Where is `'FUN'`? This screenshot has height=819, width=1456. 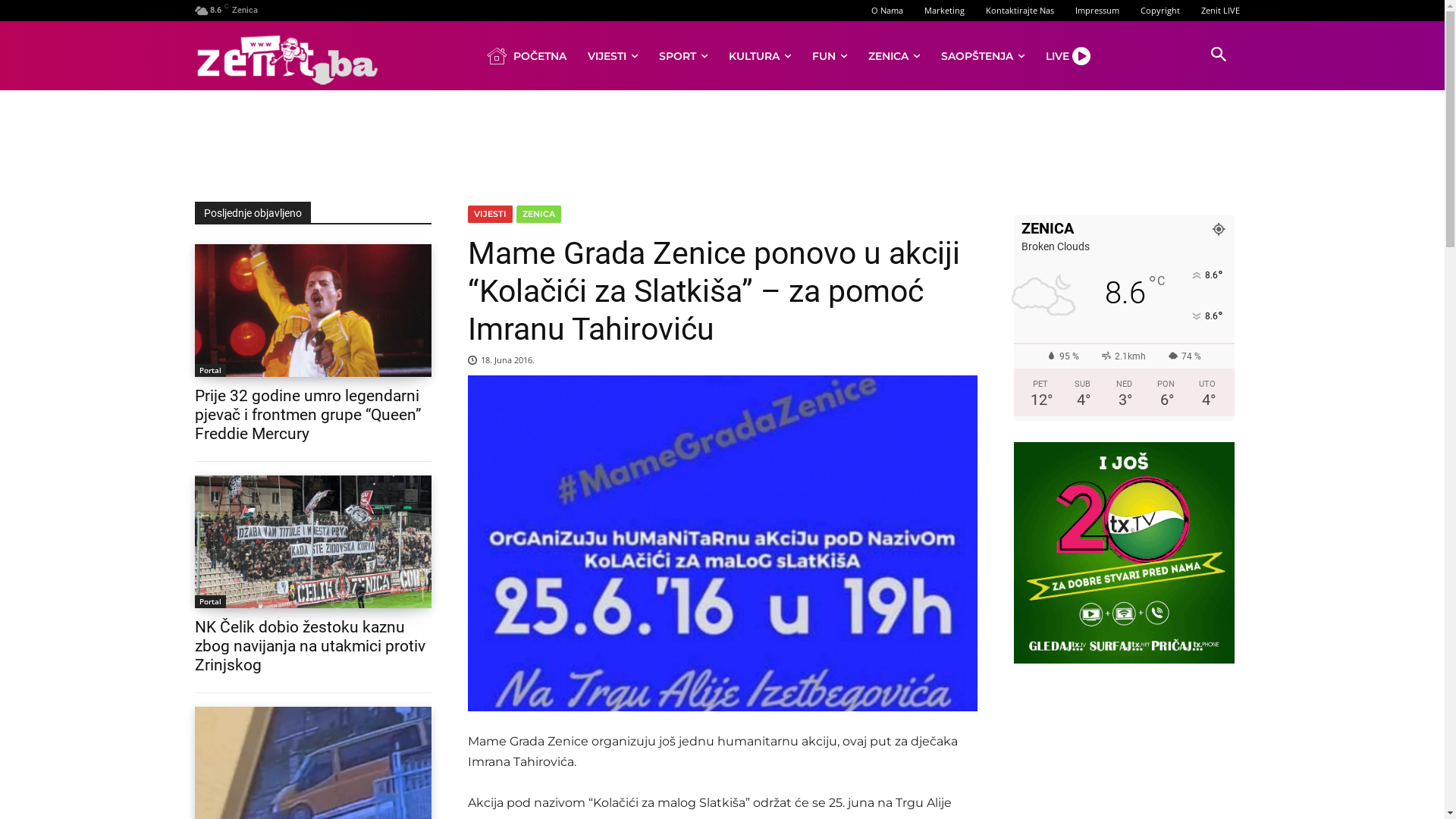
'FUN' is located at coordinates (829, 55).